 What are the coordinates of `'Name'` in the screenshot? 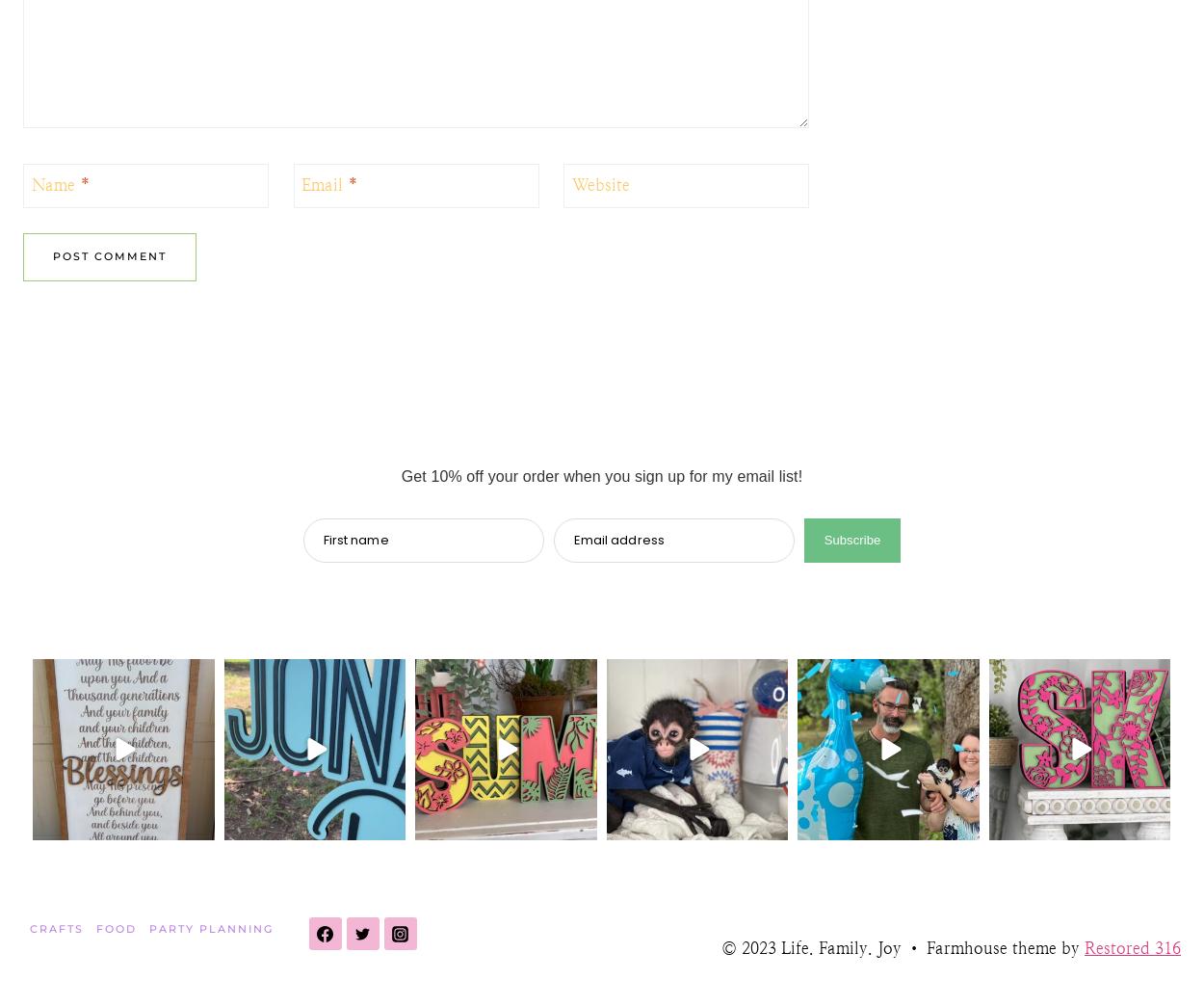 It's located at (55, 183).